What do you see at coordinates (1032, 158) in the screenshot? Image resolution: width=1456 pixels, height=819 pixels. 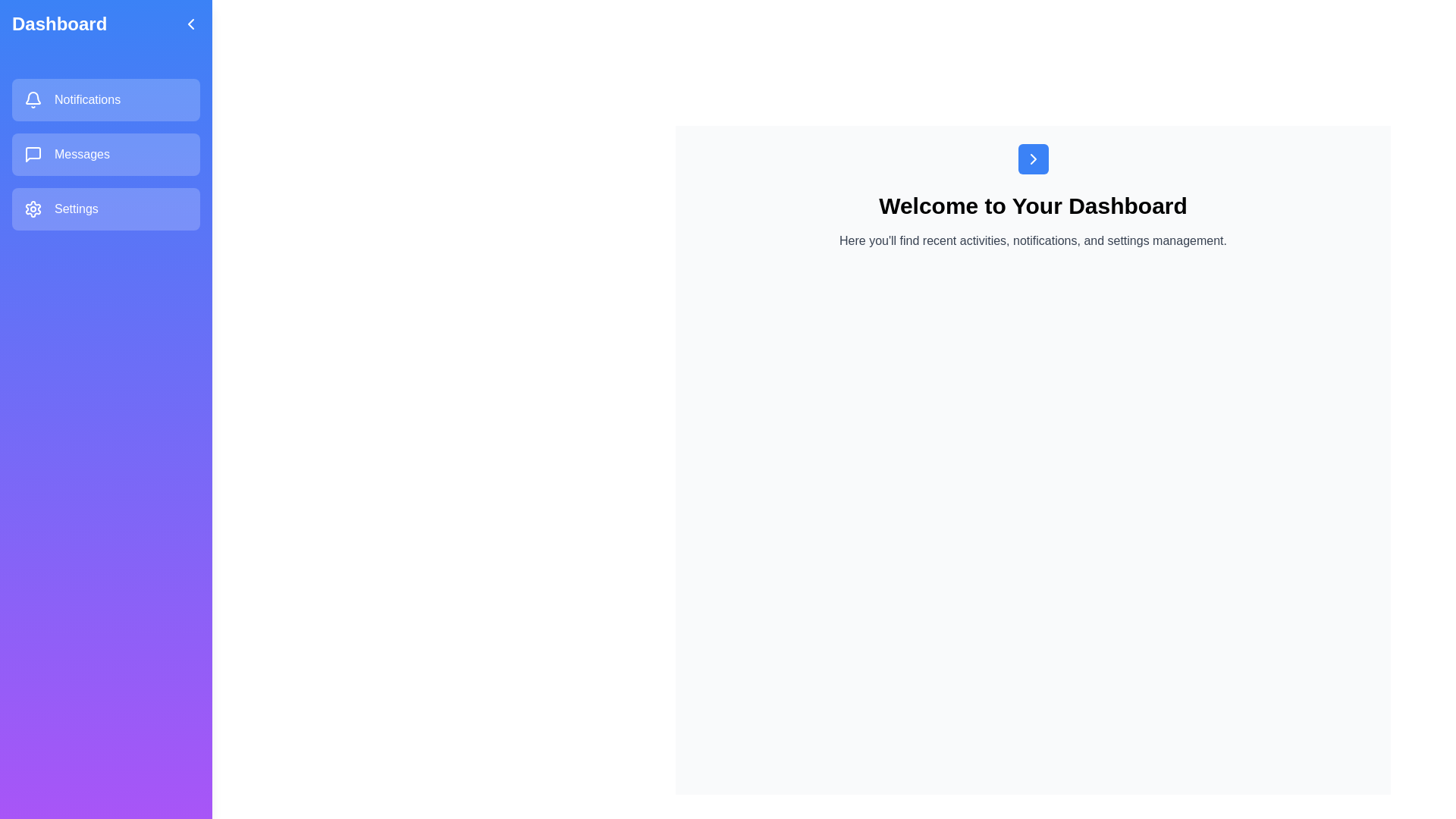 I see `the button to open the sidebar` at bounding box center [1032, 158].